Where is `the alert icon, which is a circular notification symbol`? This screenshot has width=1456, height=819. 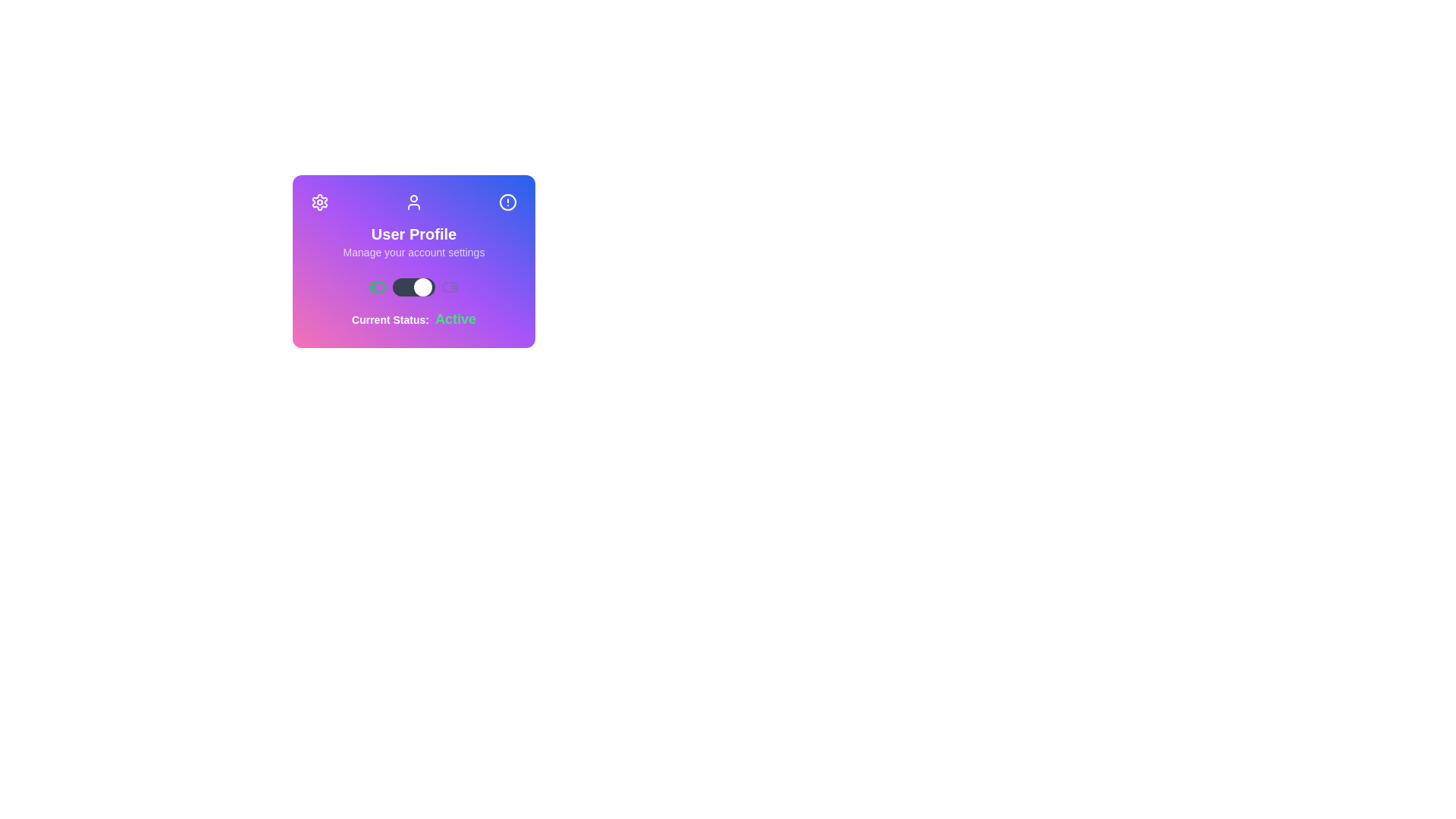 the alert icon, which is a circular notification symbol is located at coordinates (508, 201).